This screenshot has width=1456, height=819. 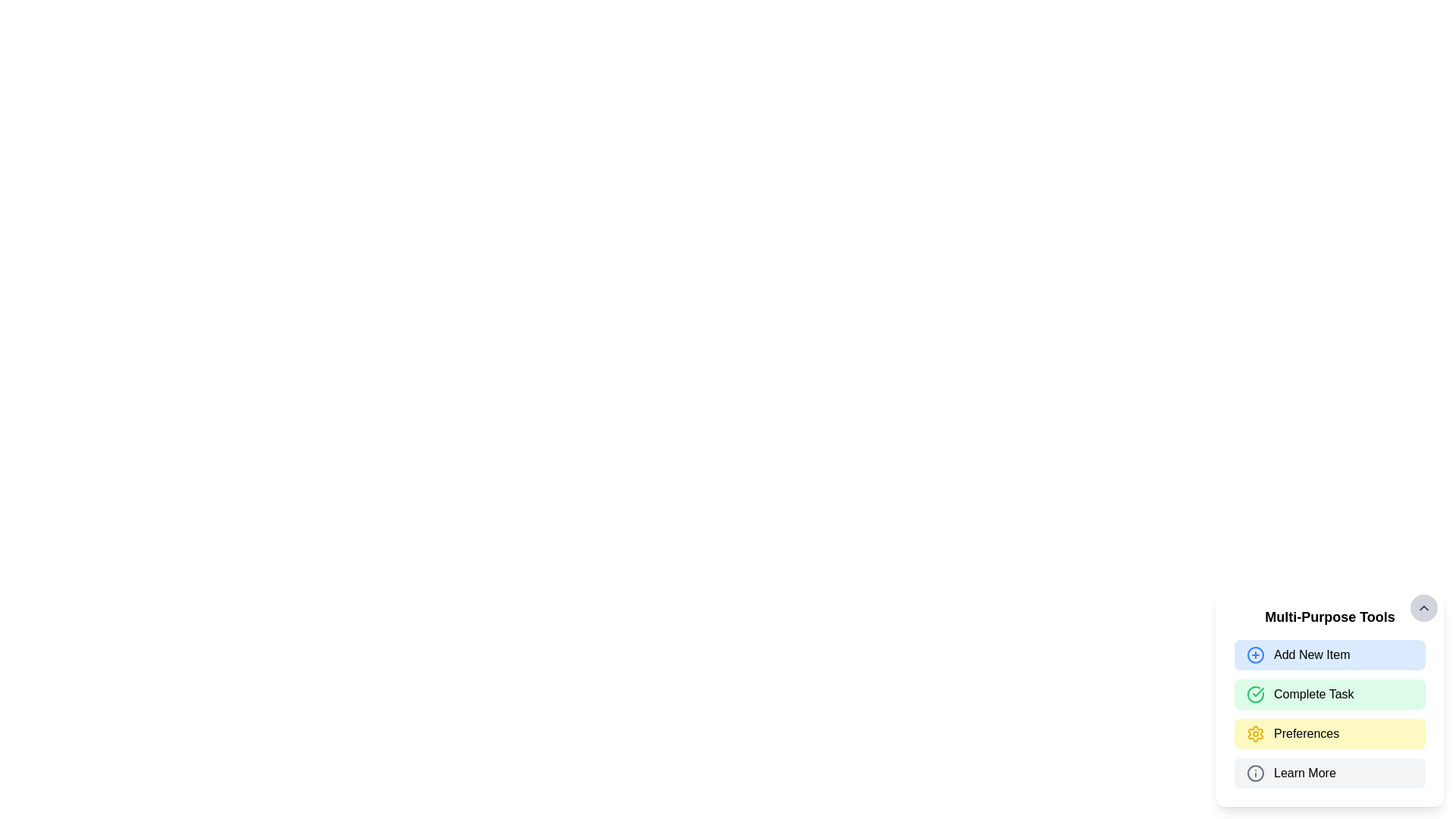 What do you see at coordinates (1329, 698) in the screenshot?
I see `the button that marks a task as complete, located in the second position from the top in the 'Multi-Purpose Tools' panel` at bounding box center [1329, 698].